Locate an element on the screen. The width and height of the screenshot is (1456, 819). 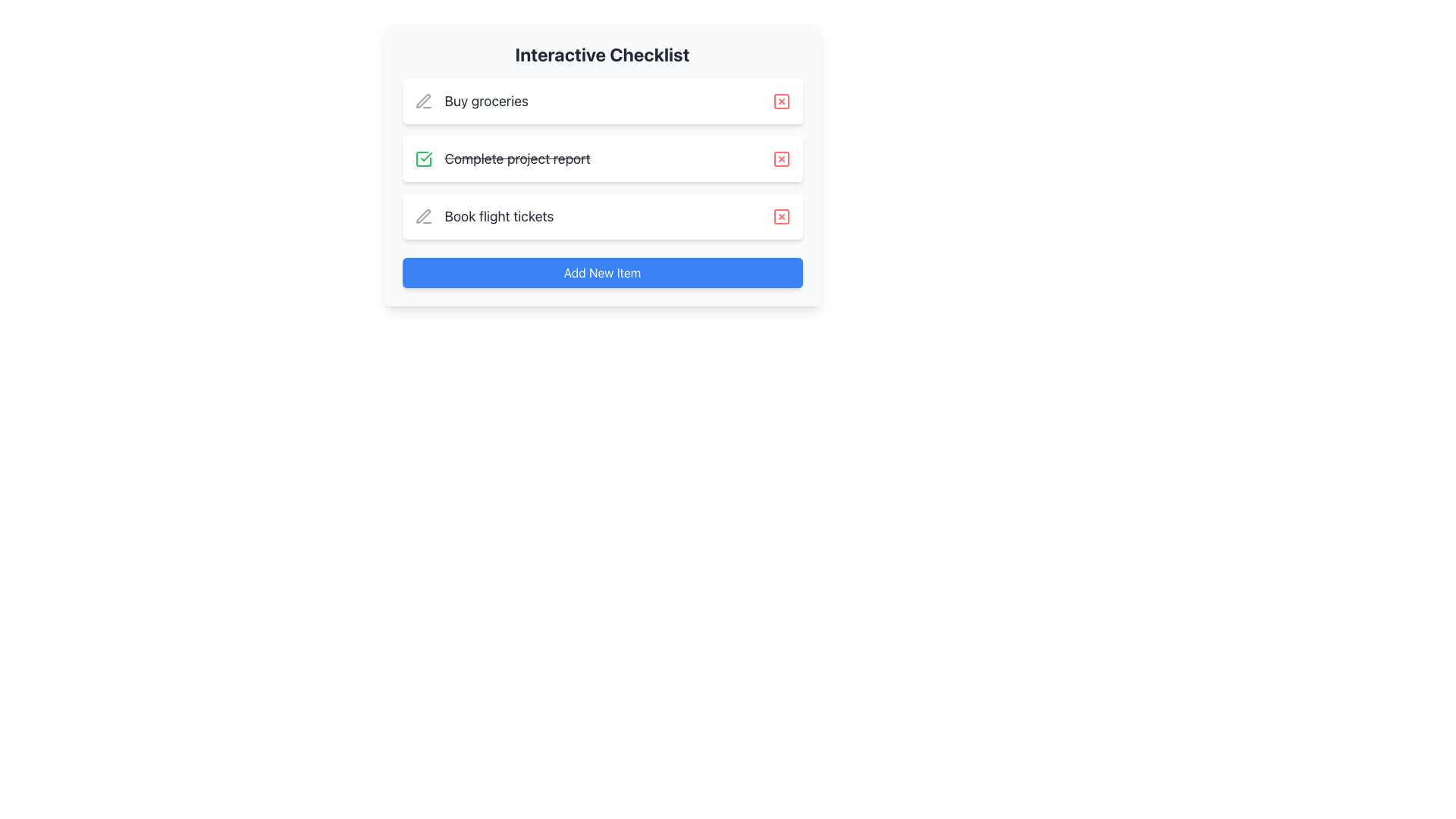
the 'Buy groceries' checklist item text is located at coordinates (470, 102).